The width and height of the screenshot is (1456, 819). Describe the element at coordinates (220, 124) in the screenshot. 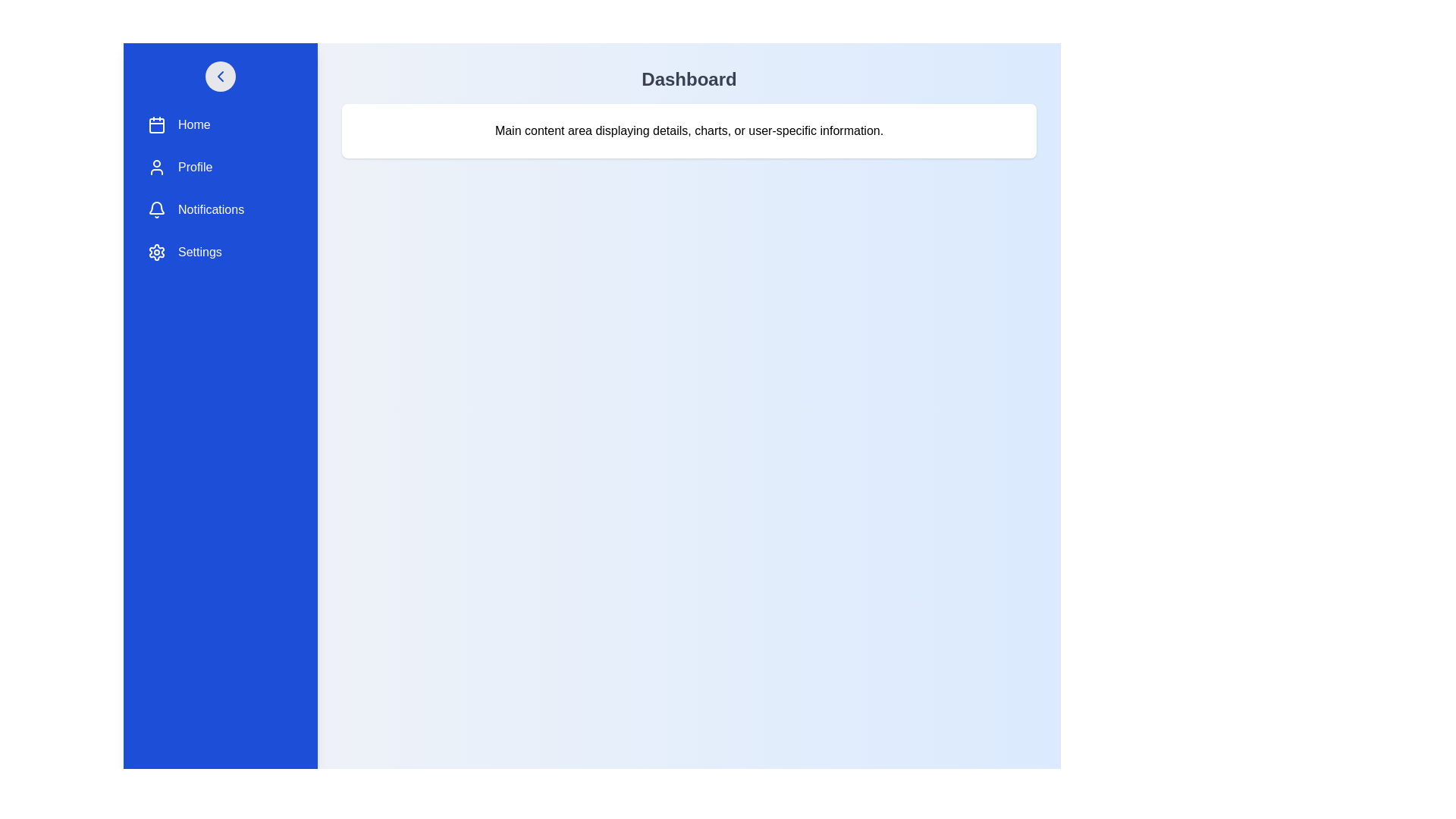

I see `the menu item Home` at that location.